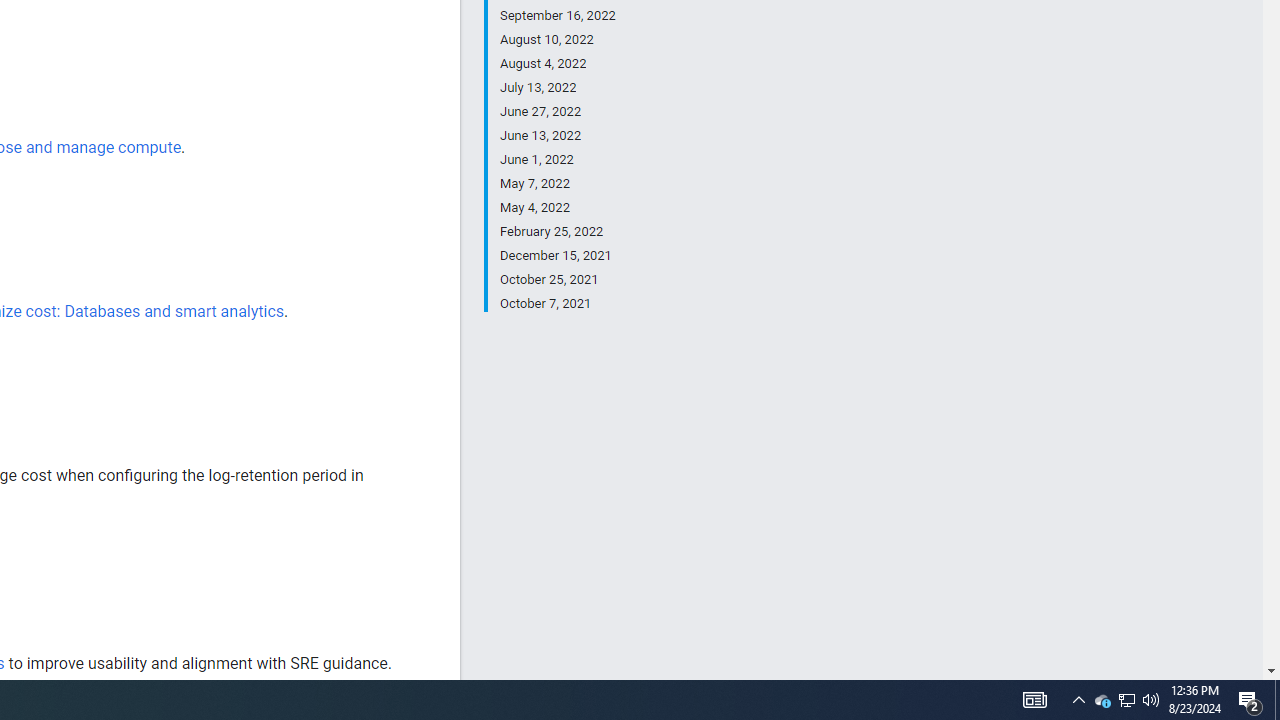 The height and width of the screenshot is (720, 1280). I want to click on 'February 25, 2022', so click(557, 231).